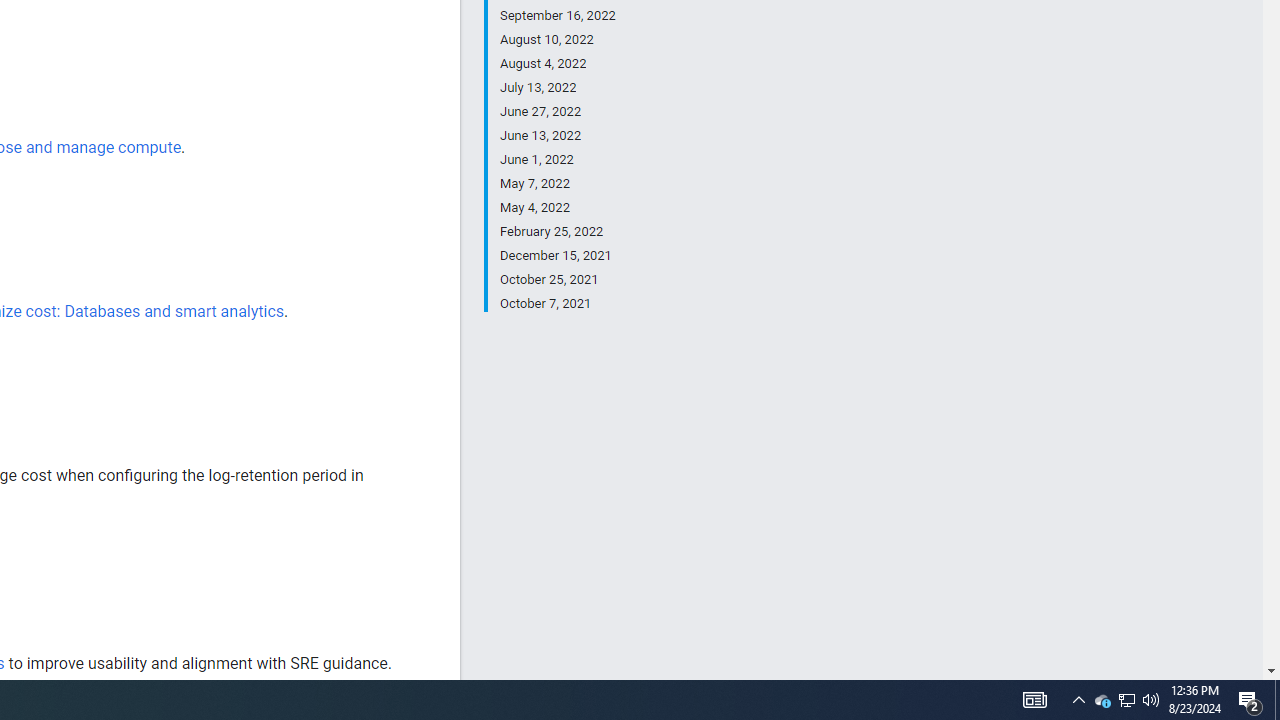 The height and width of the screenshot is (720, 1280). I want to click on 'February 25, 2022', so click(557, 231).